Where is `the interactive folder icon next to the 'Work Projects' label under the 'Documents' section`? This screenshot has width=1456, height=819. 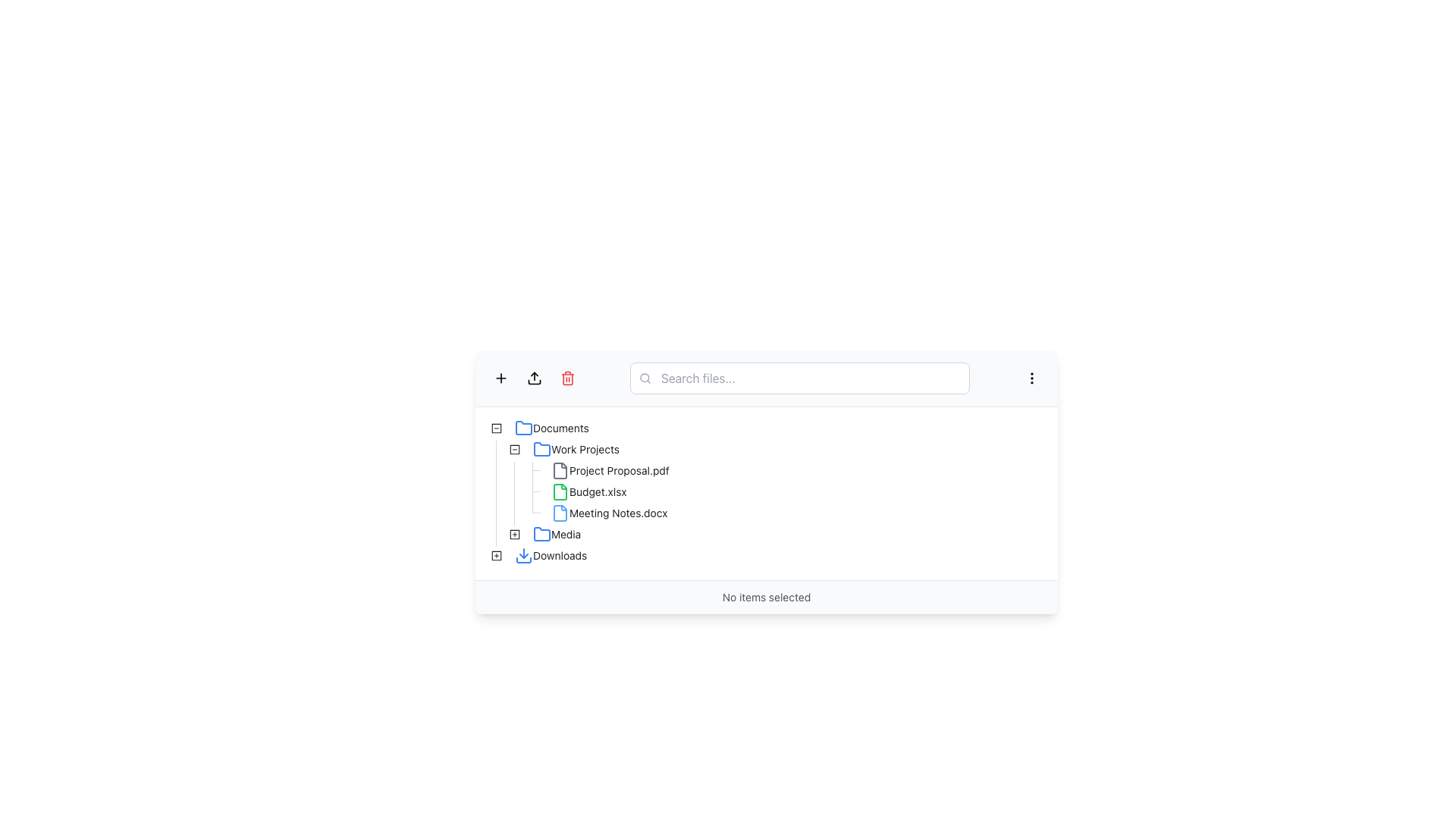
the interactive folder icon next to the 'Work Projects' label under the 'Documents' section is located at coordinates (514, 449).